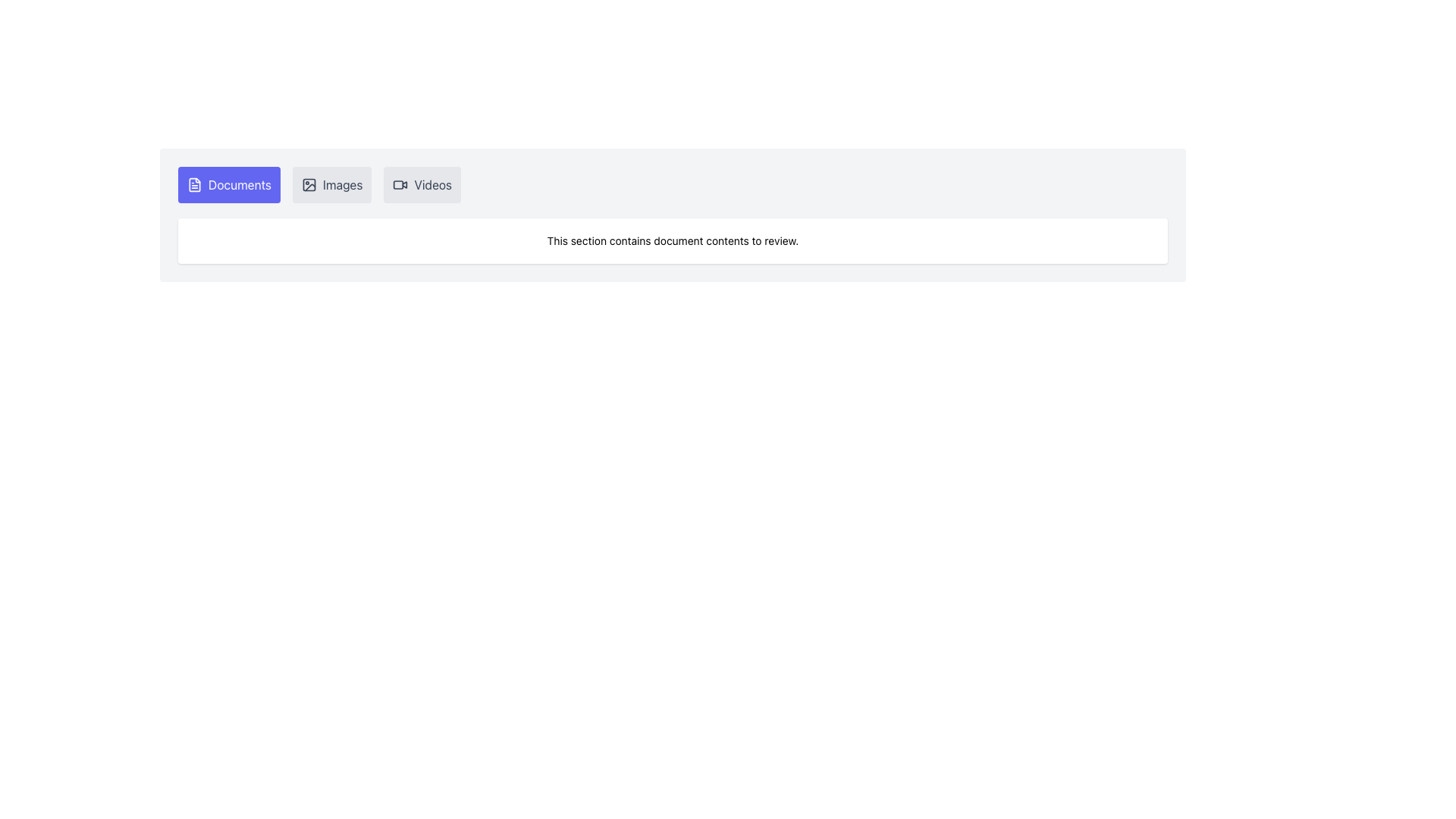 Image resolution: width=1456 pixels, height=819 pixels. What do you see at coordinates (422, 184) in the screenshot?
I see `the button labeled 'Videos', which is the third button in a group of similar buttons` at bounding box center [422, 184].